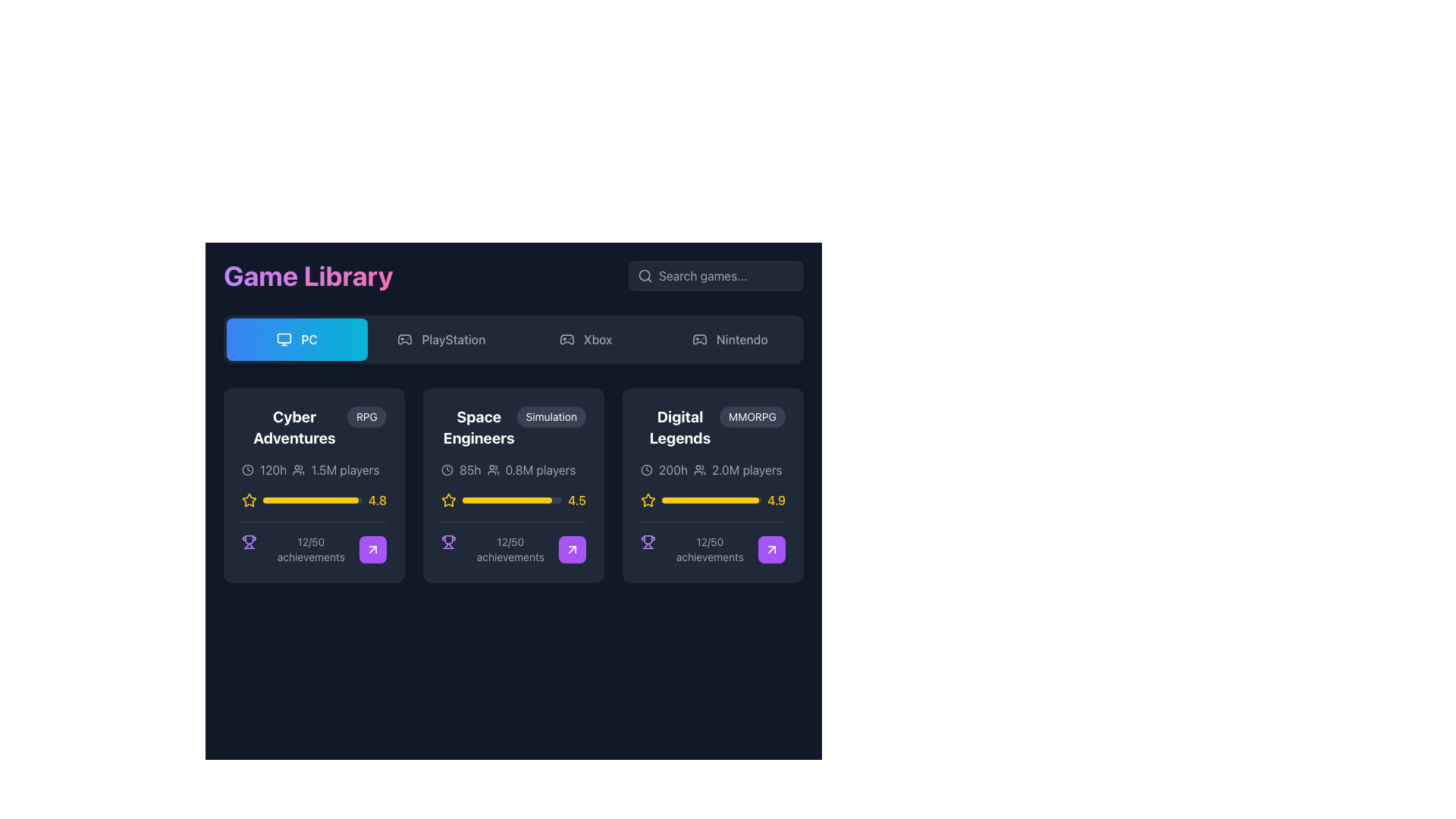  What do you see at coordinates (273, 469) in the screenshot?
I see `the Text Label that displays the approximate total time spent or required for the associated game, located next to a clock icon and to the left of the '1.5M players' text in the second row of the leftmost card` at bounding box center [273, 469].